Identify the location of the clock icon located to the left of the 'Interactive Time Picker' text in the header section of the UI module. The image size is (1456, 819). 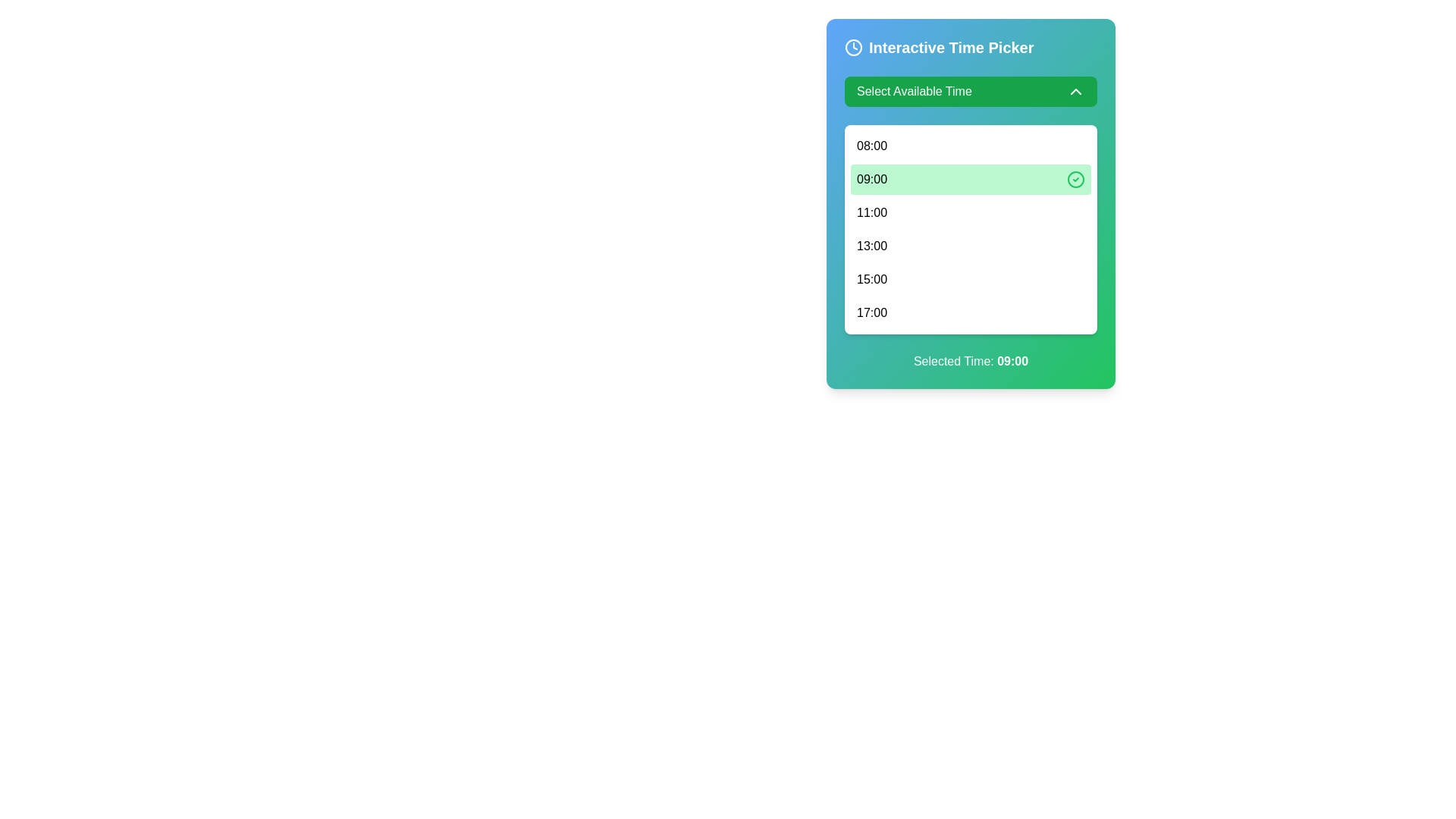
(854, 46).